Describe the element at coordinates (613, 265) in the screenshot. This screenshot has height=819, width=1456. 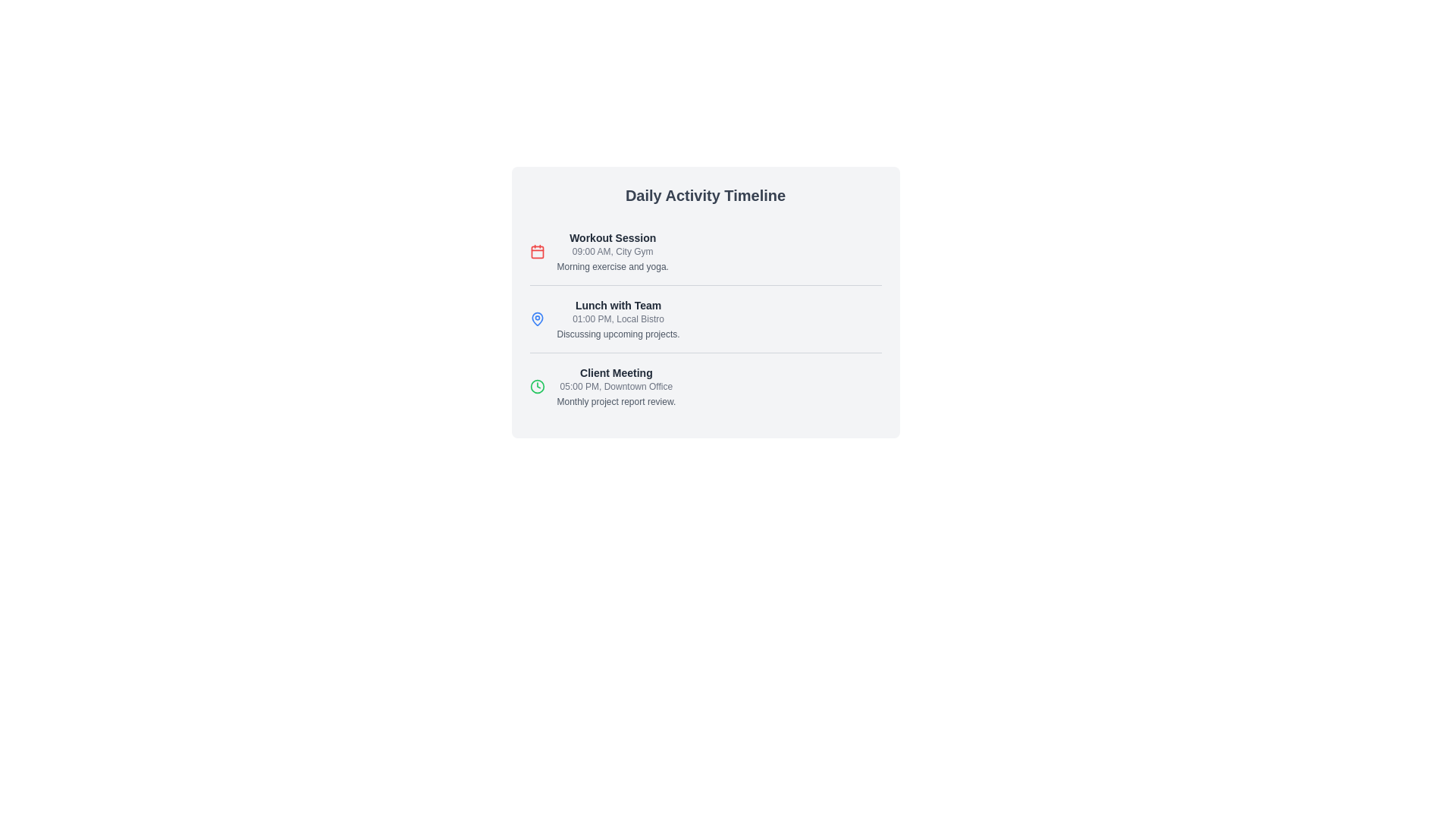
I see `the descriptive text element that provides additional information about the 'Workout Session' activity, located below the '09:00 AM, City Gym' element in the 'Workout Session' group` at that location.